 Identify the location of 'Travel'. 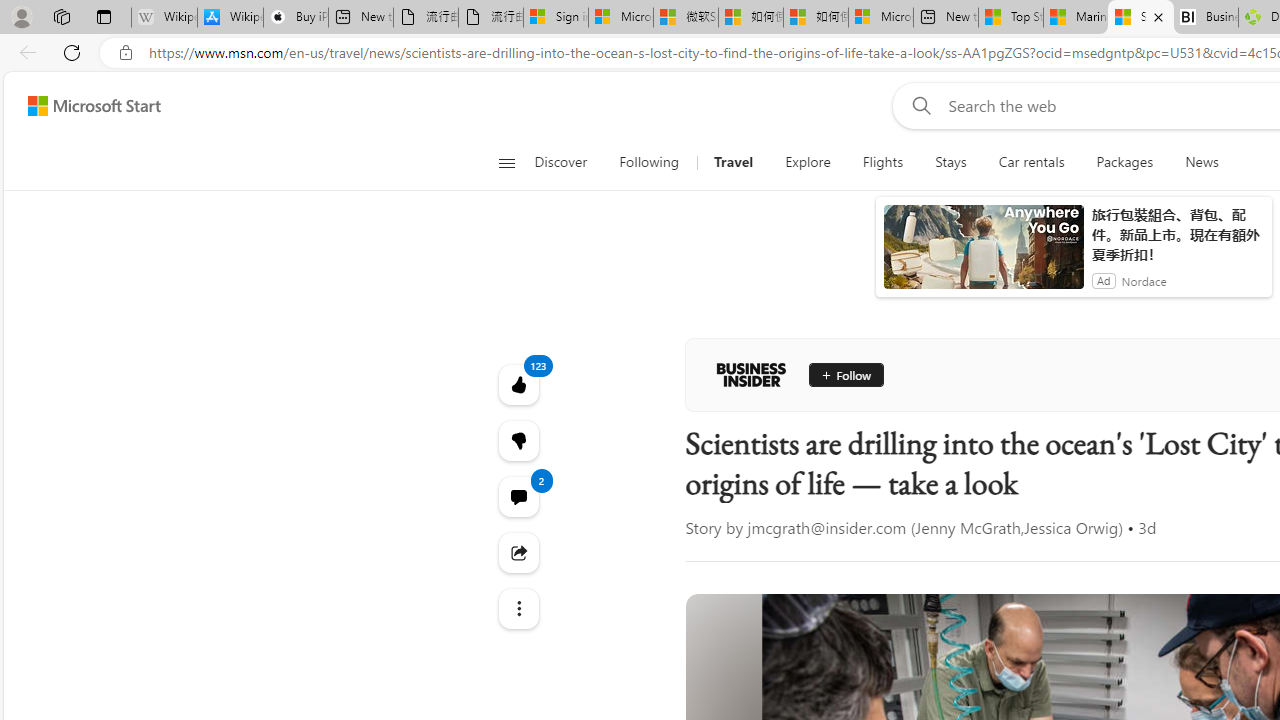
(733, 162).